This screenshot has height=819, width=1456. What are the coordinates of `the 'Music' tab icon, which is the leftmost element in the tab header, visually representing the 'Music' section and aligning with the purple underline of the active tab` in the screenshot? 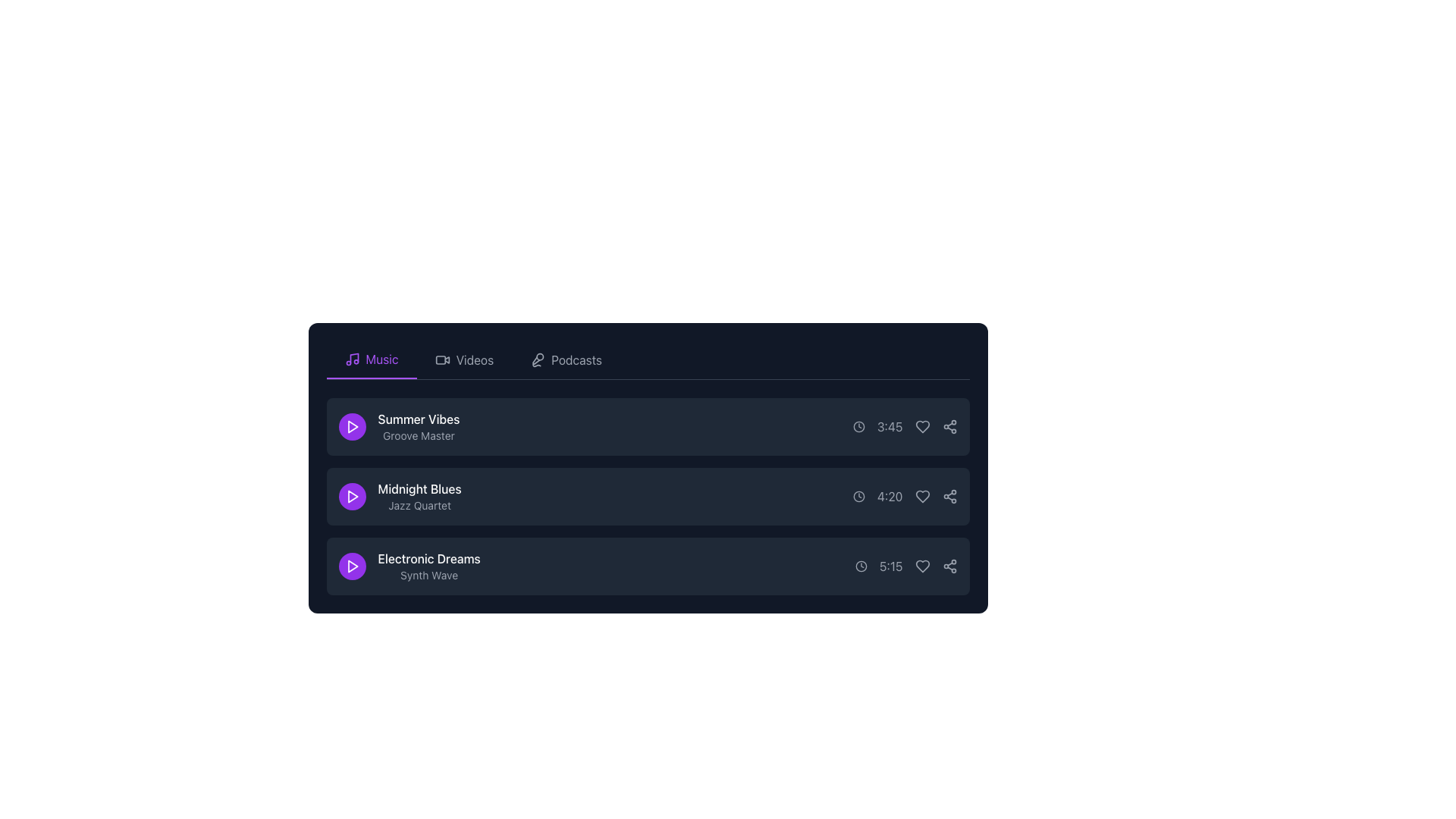 It's located at (351, 359).